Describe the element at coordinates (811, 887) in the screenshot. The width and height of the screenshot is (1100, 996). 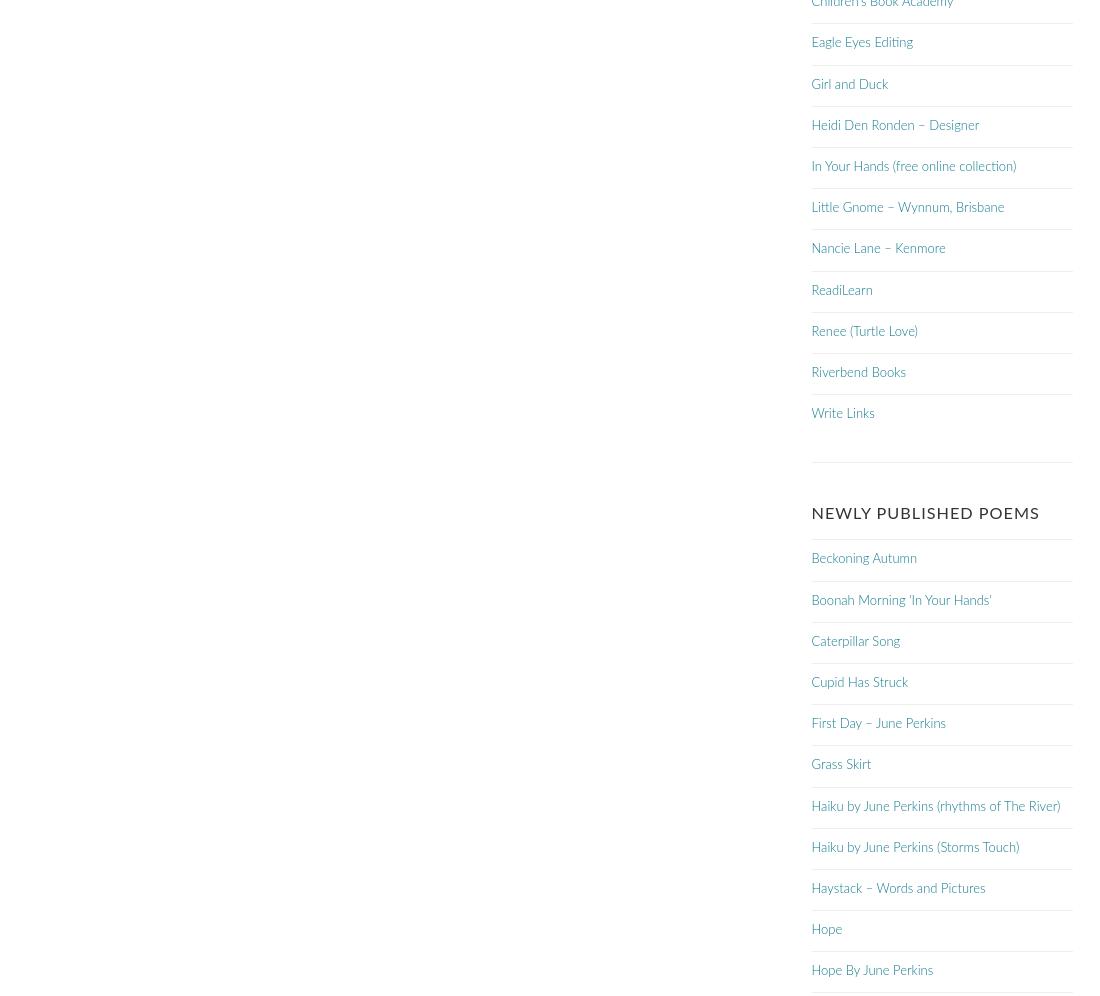
I see `'Haystack – Words and Pictures'` at that location.